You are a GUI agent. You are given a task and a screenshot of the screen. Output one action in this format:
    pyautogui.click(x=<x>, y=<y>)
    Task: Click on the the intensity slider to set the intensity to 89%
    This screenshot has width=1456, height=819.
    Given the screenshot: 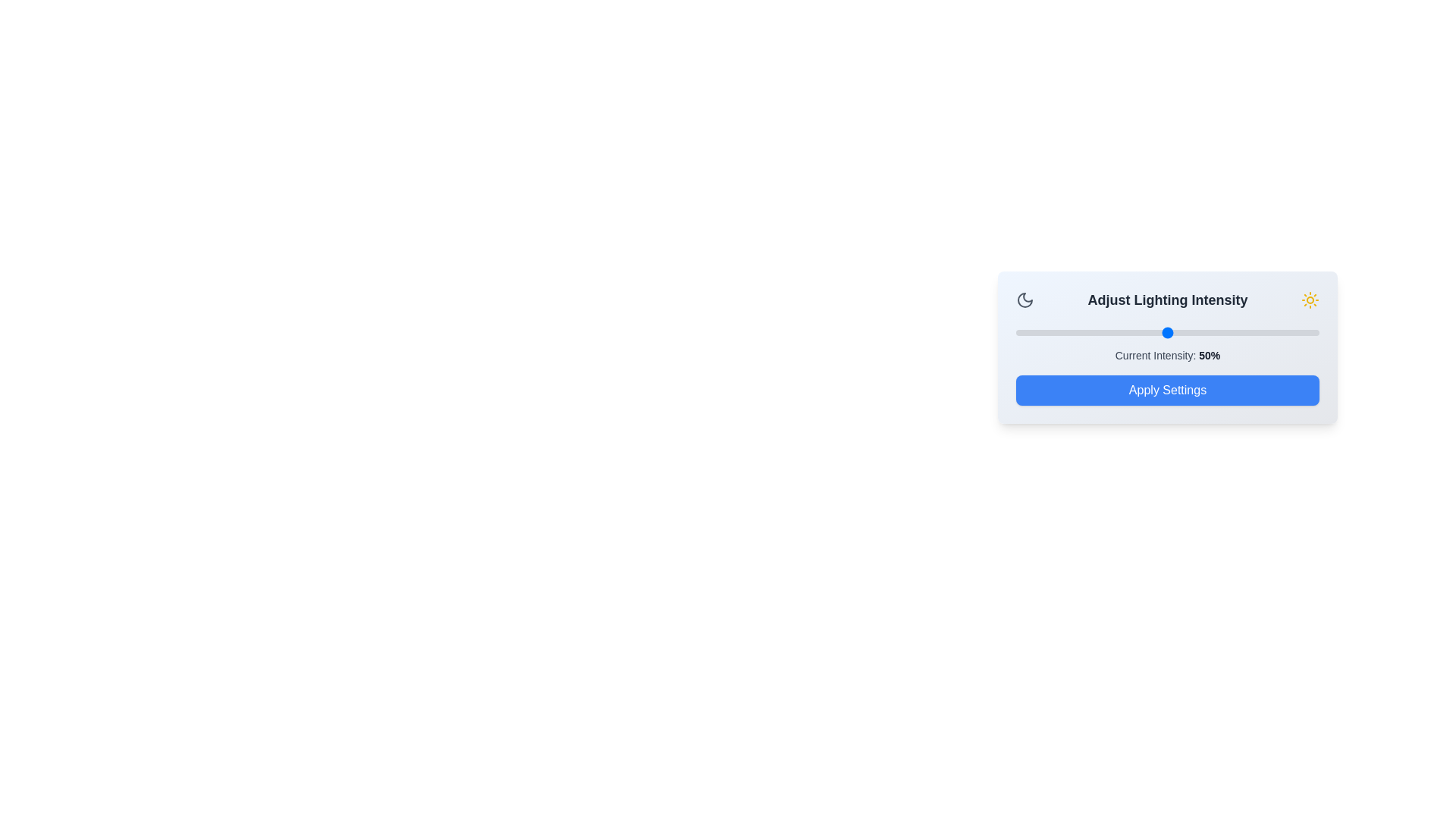 What is the action you would take?
    pyautogui.click(x=1285, y=332)
    